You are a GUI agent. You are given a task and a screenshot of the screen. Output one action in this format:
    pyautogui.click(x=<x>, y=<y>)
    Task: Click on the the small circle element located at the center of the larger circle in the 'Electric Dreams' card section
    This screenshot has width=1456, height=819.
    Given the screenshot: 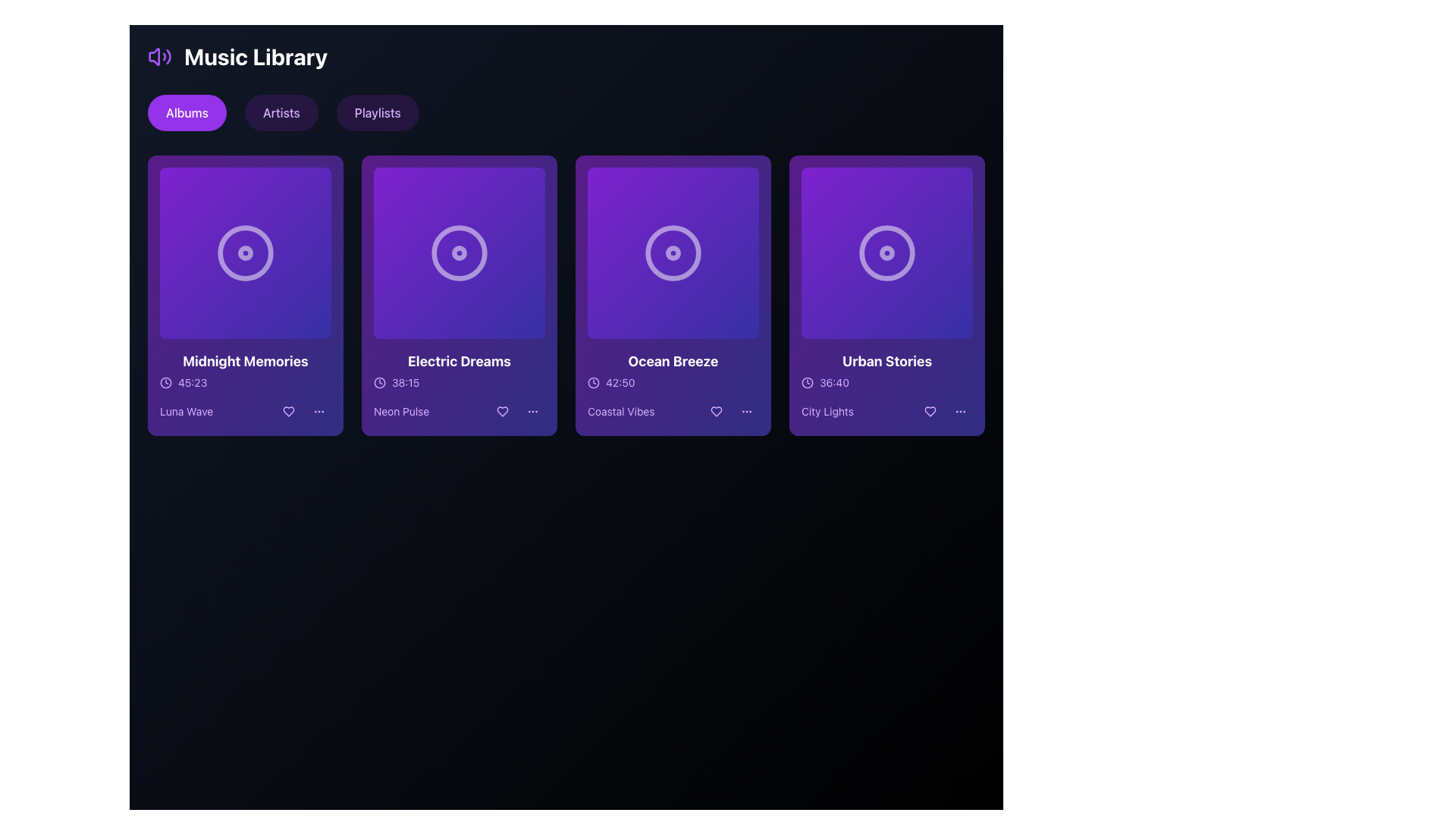 What is the action you would take?
    pyautogui.click(x=458, y=253)
    